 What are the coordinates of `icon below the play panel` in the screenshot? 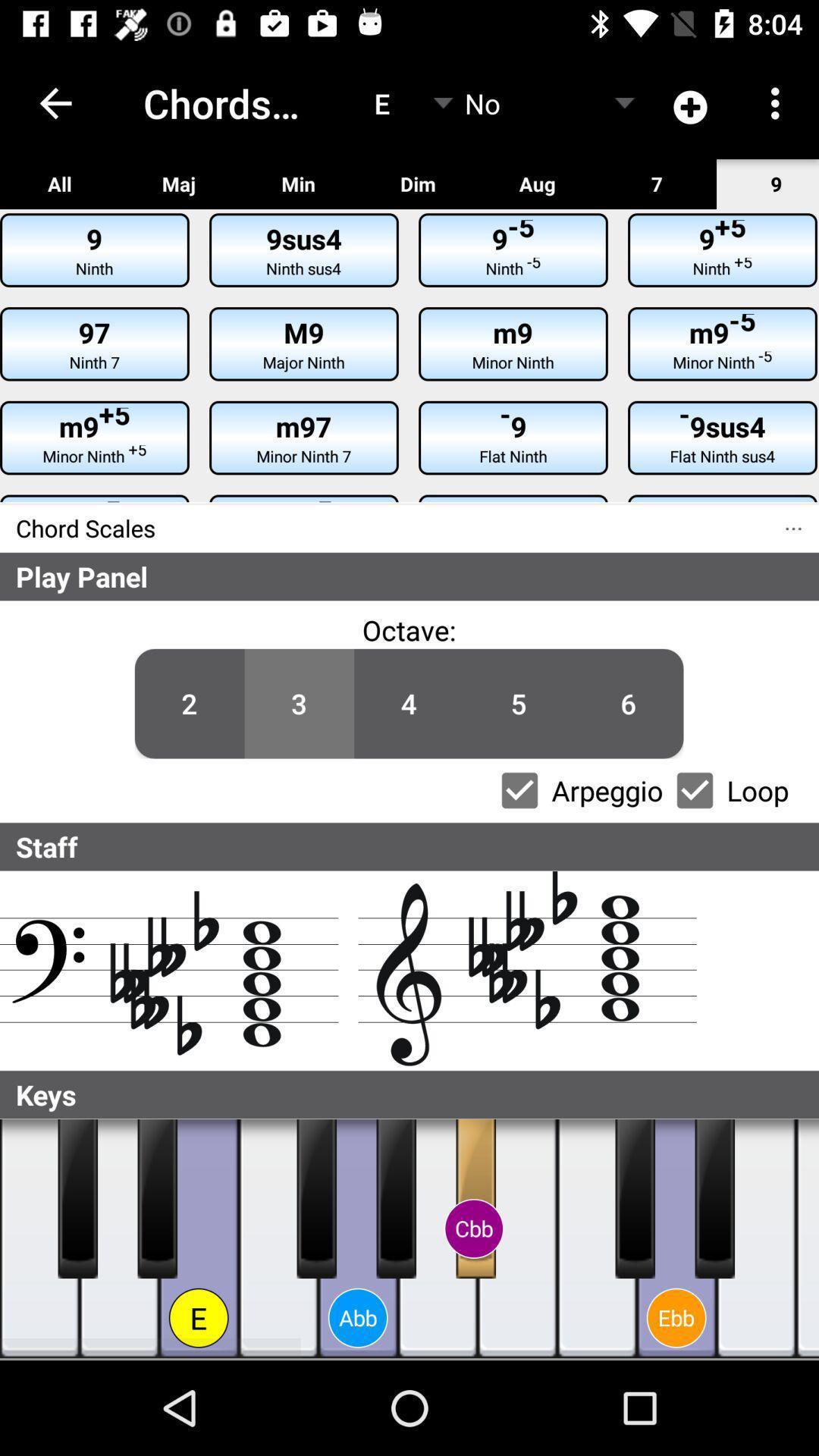 It's located at (15, 711).